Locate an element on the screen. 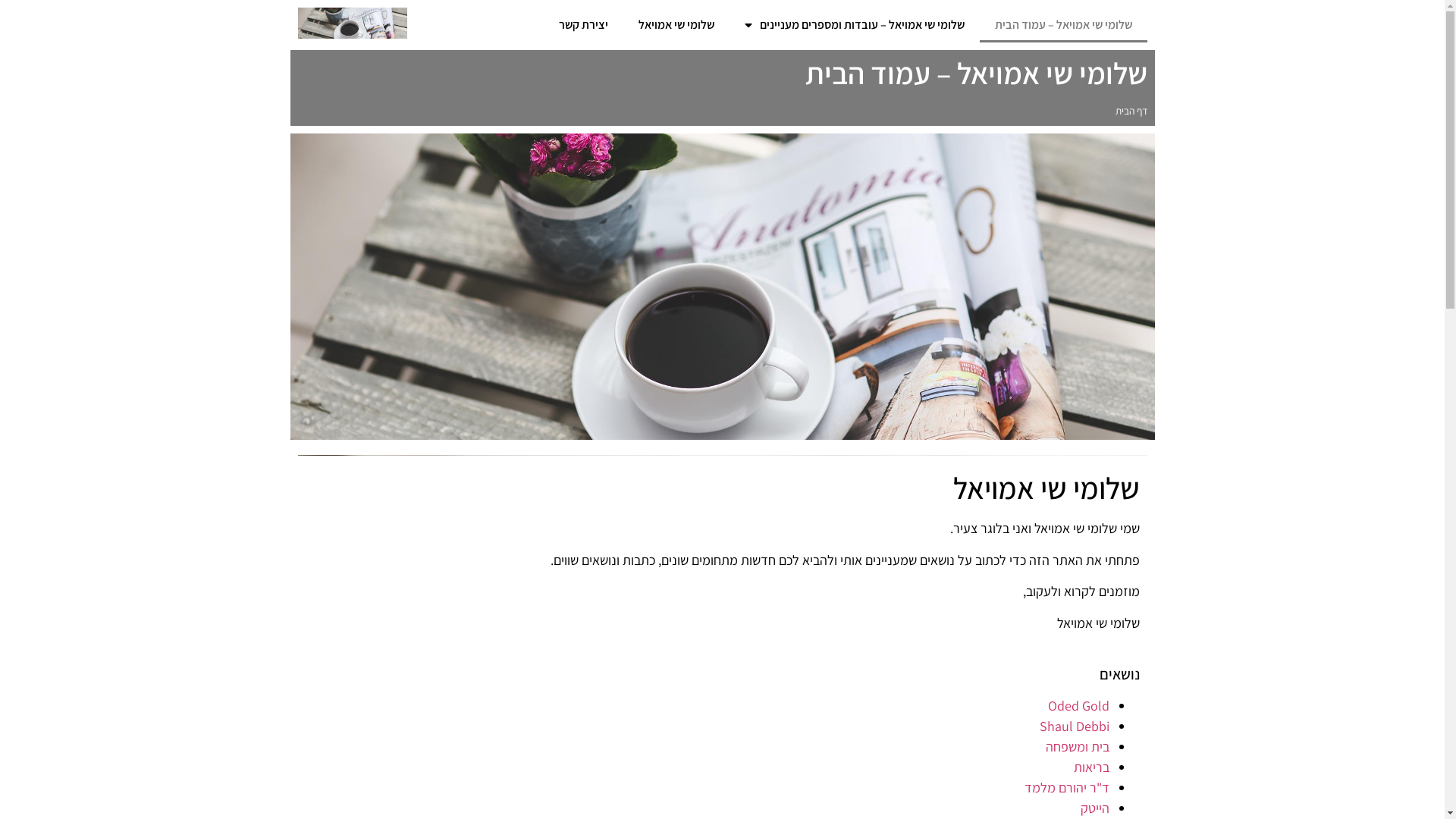 The height and width of the screenshot is (819, 1456). 'Oded Gold' is located at coordinates (1078, 705).